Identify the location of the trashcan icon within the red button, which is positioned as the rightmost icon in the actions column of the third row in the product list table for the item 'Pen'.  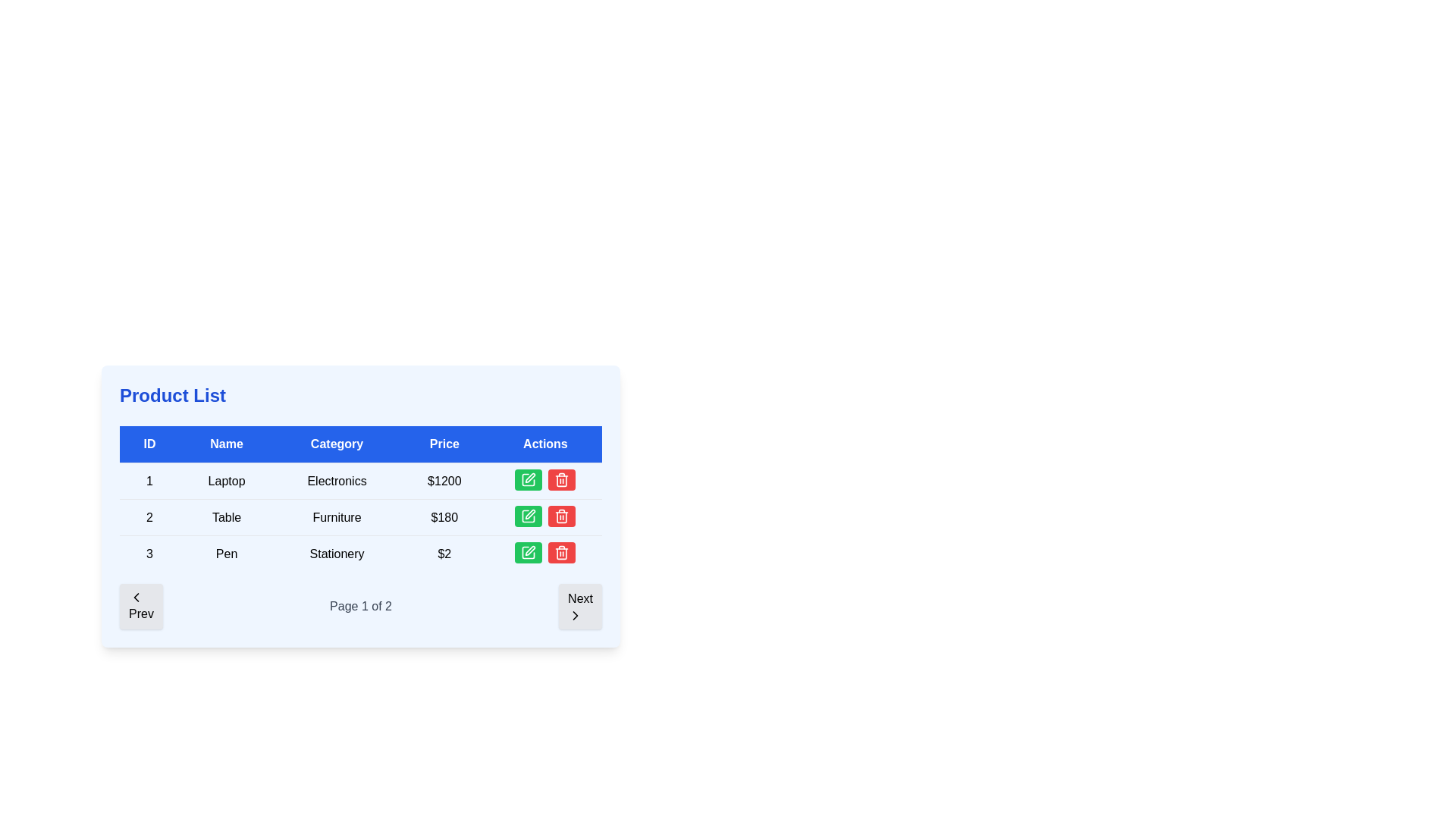
(561, 479).